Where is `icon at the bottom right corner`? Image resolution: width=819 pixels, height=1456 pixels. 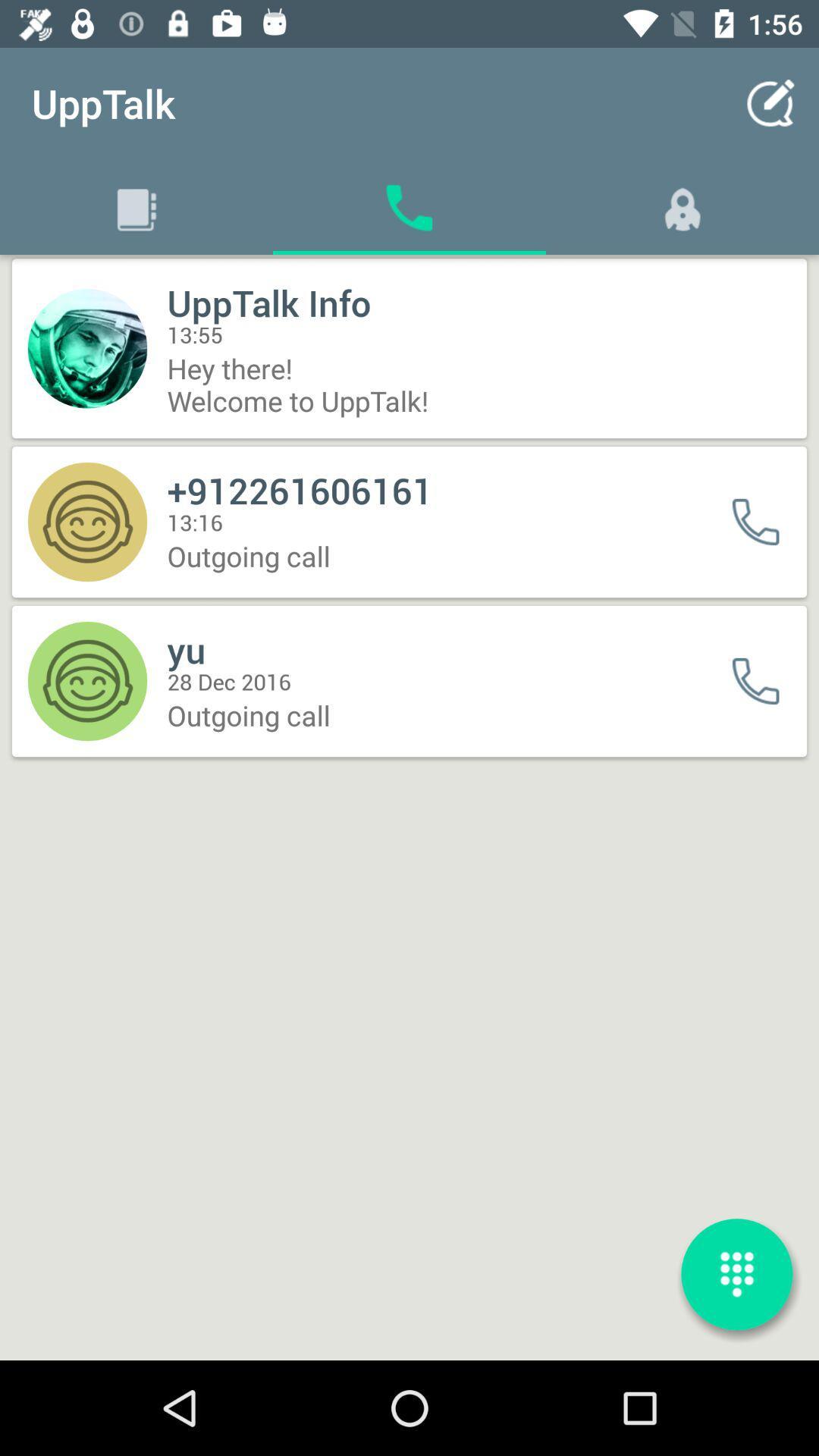 icon at the bottom right corner is located at coordinates (736, 1274).